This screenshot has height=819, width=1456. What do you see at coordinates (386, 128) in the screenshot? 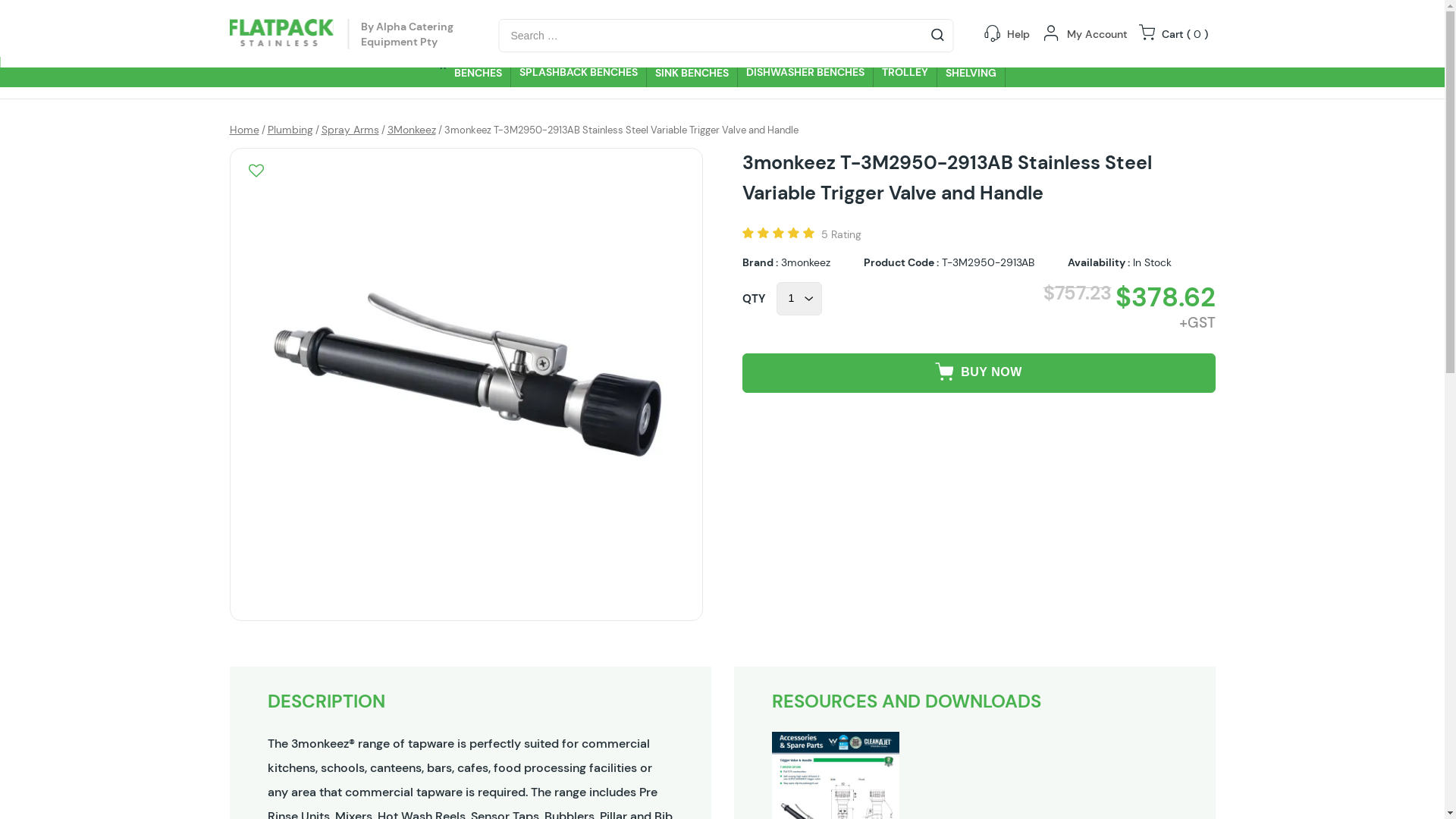
I see `'3Monkeez'` at bounding box center [386, 128].